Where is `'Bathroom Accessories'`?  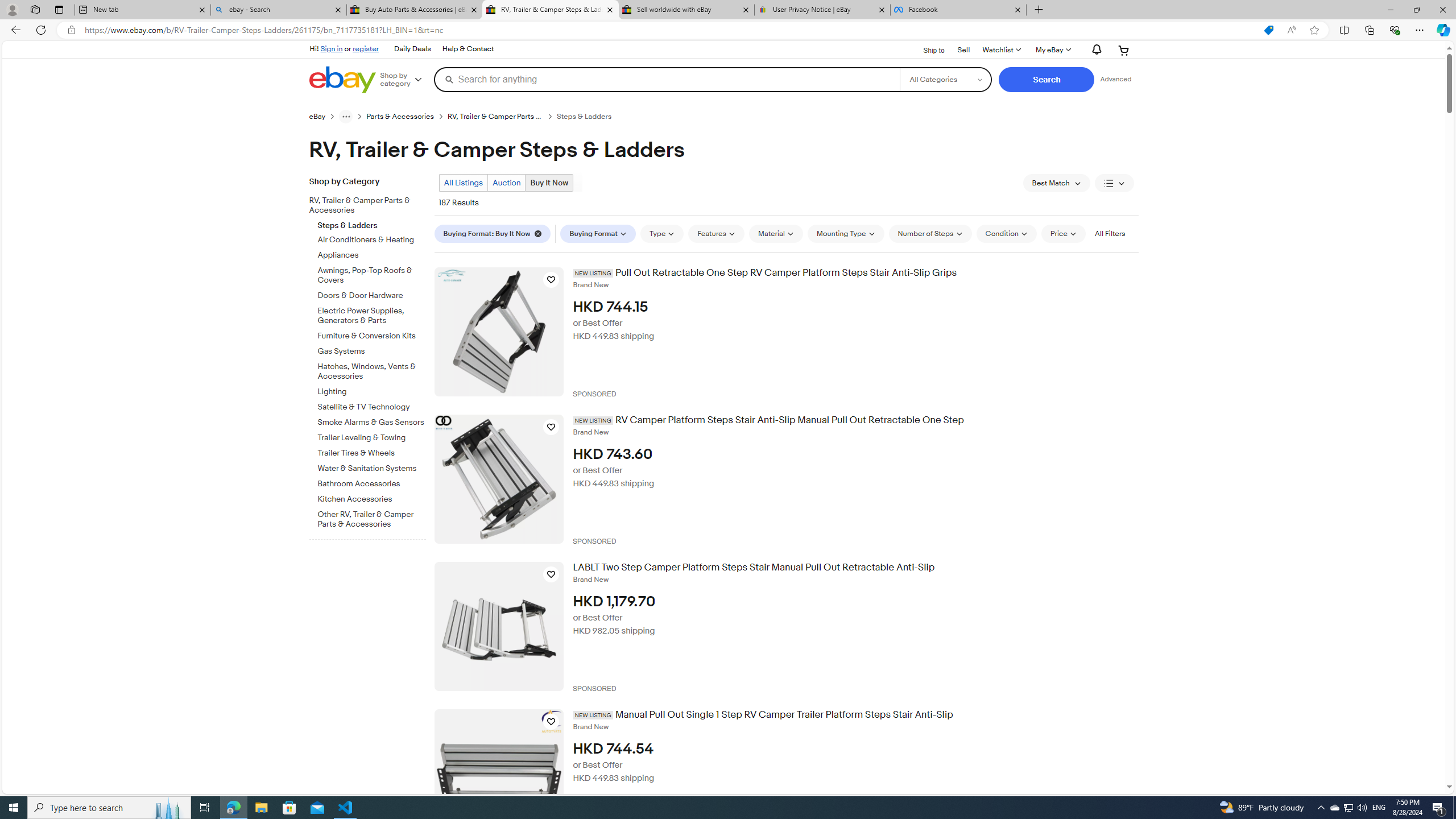
'Bathroom Accessories' is located at coordinates (371, 483).